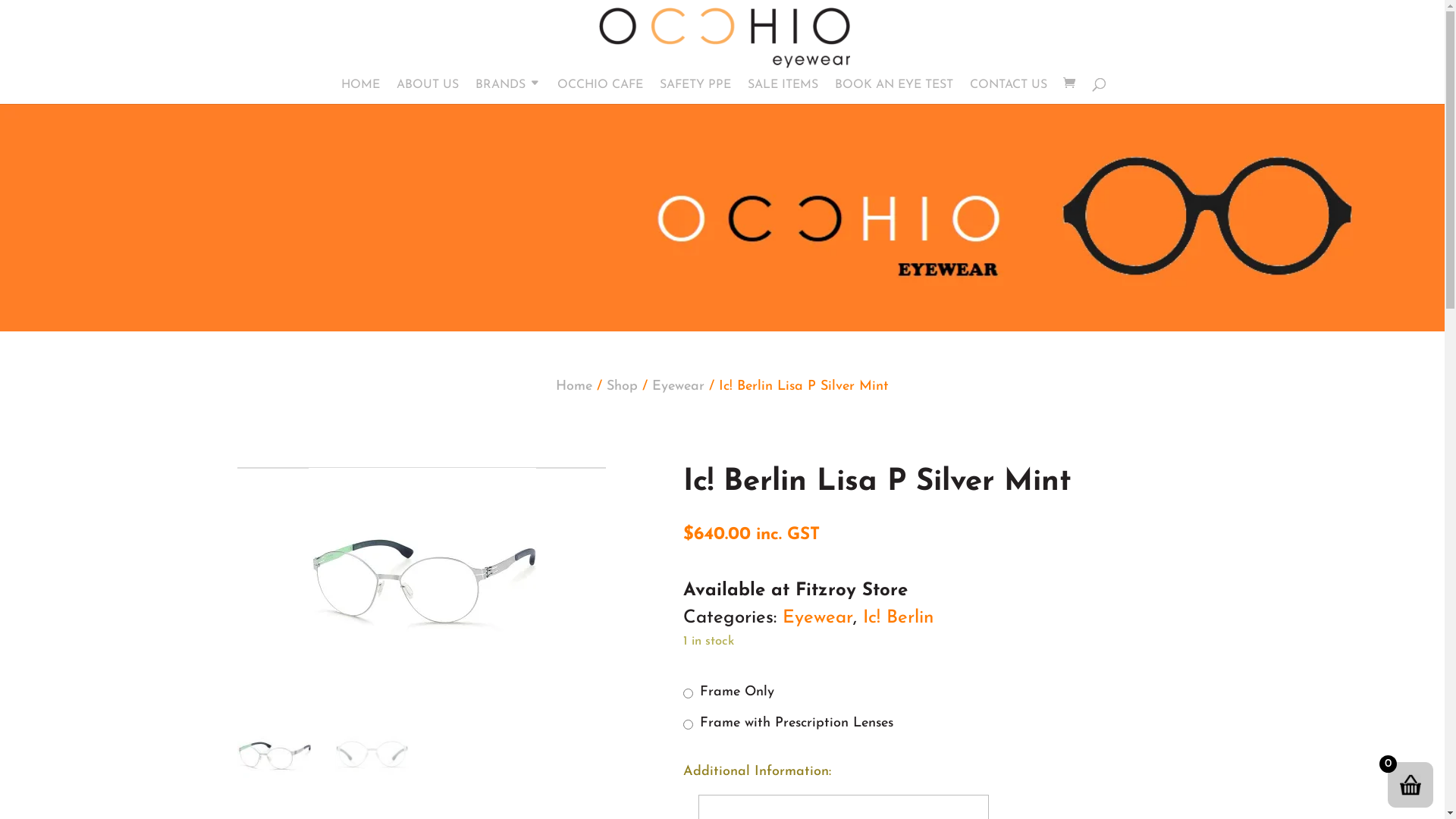  Describe the element at coordinates (1008, 91) in the screenshot. I see `'CONTACT US'` at that location.